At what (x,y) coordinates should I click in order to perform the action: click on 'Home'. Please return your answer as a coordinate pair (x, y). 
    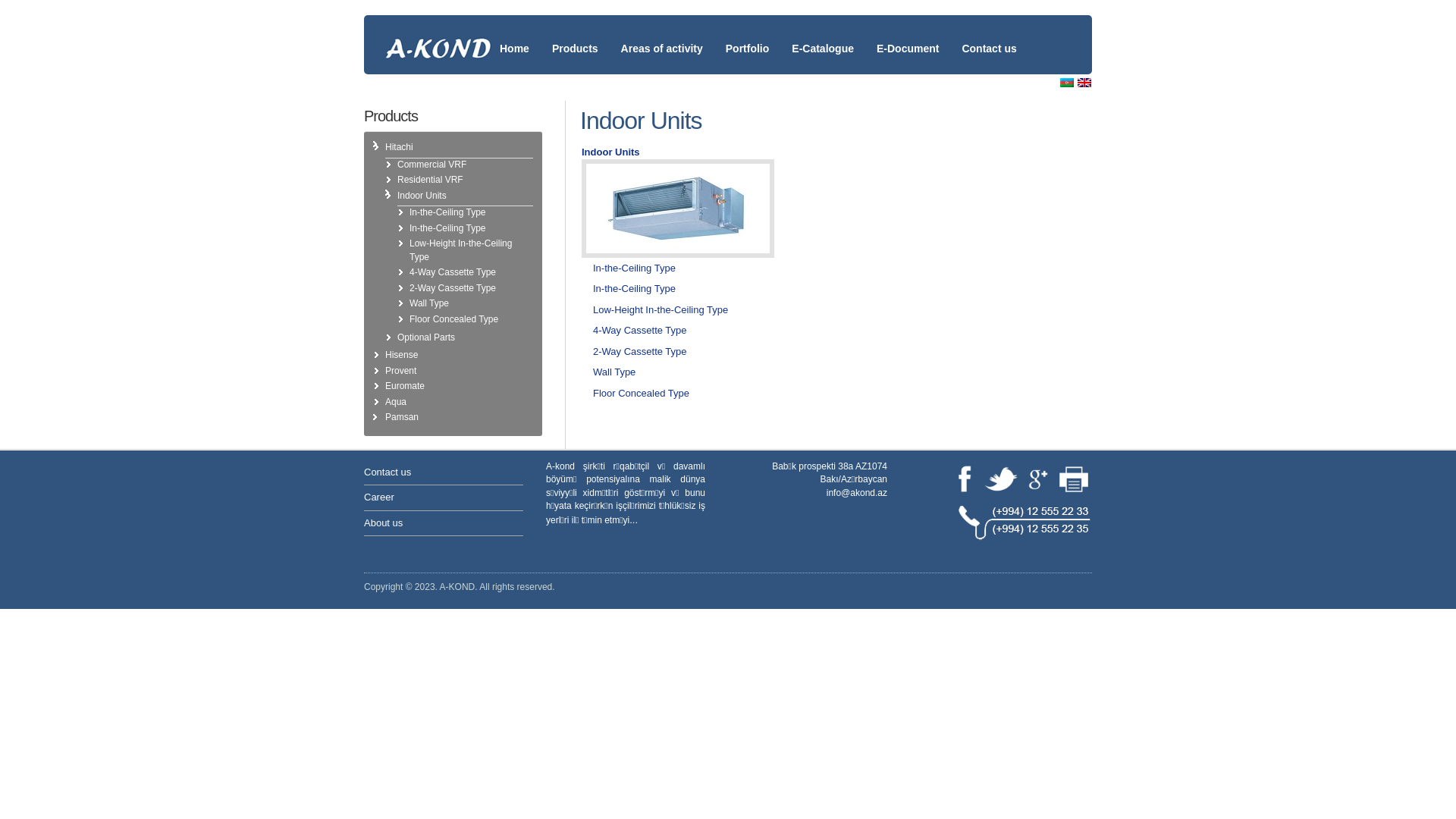
    Looking at the image, I should click on (488, 34).